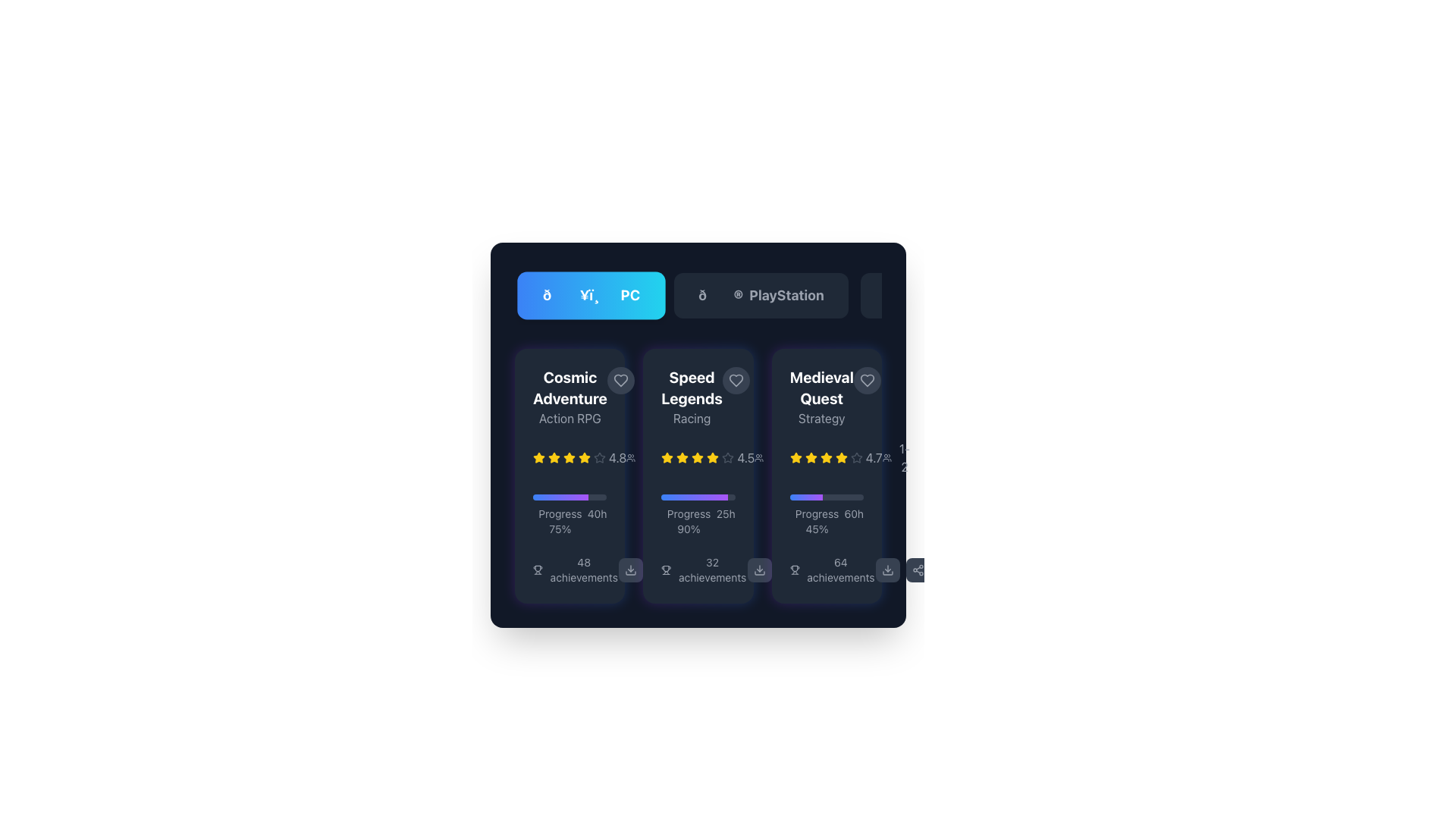 The width and height of the screenshot is (1456, 819). Describe the element at coordinates (736, 379) in the screenshot. I see `the heart icon button located in the top-right corner of the second card, adjacent to the 'Speed Legends' title` at that location.